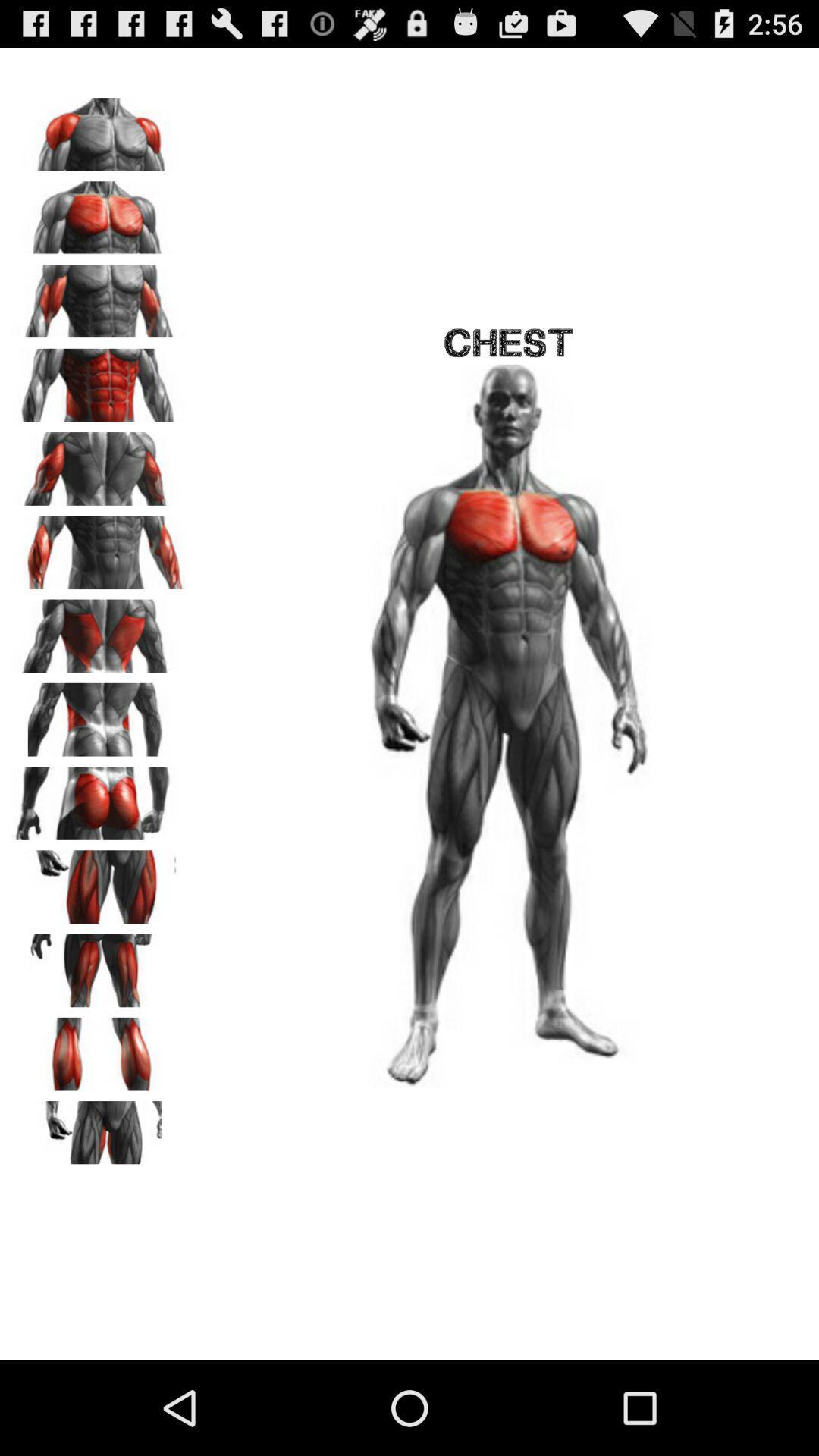 Image resolution: width=819 pixels, height=1456 pixels. Describe the element at coordinates (99, 129) in the screenshot. I see `tapping this will give me information on building my shoulder muscles` at that location.